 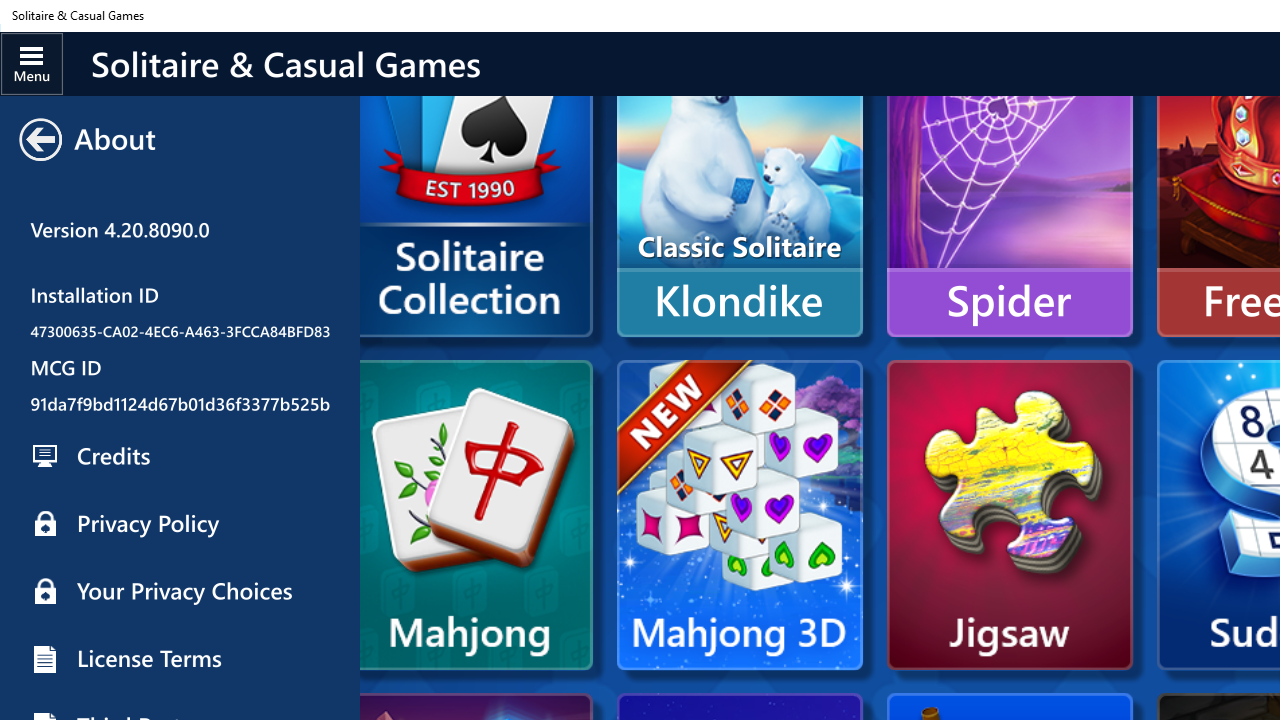 What do you see at coordinates (179, 445) in the screenshot?
I see `'Restore Solitaire Purchases'` at bounding box center [179, 445].